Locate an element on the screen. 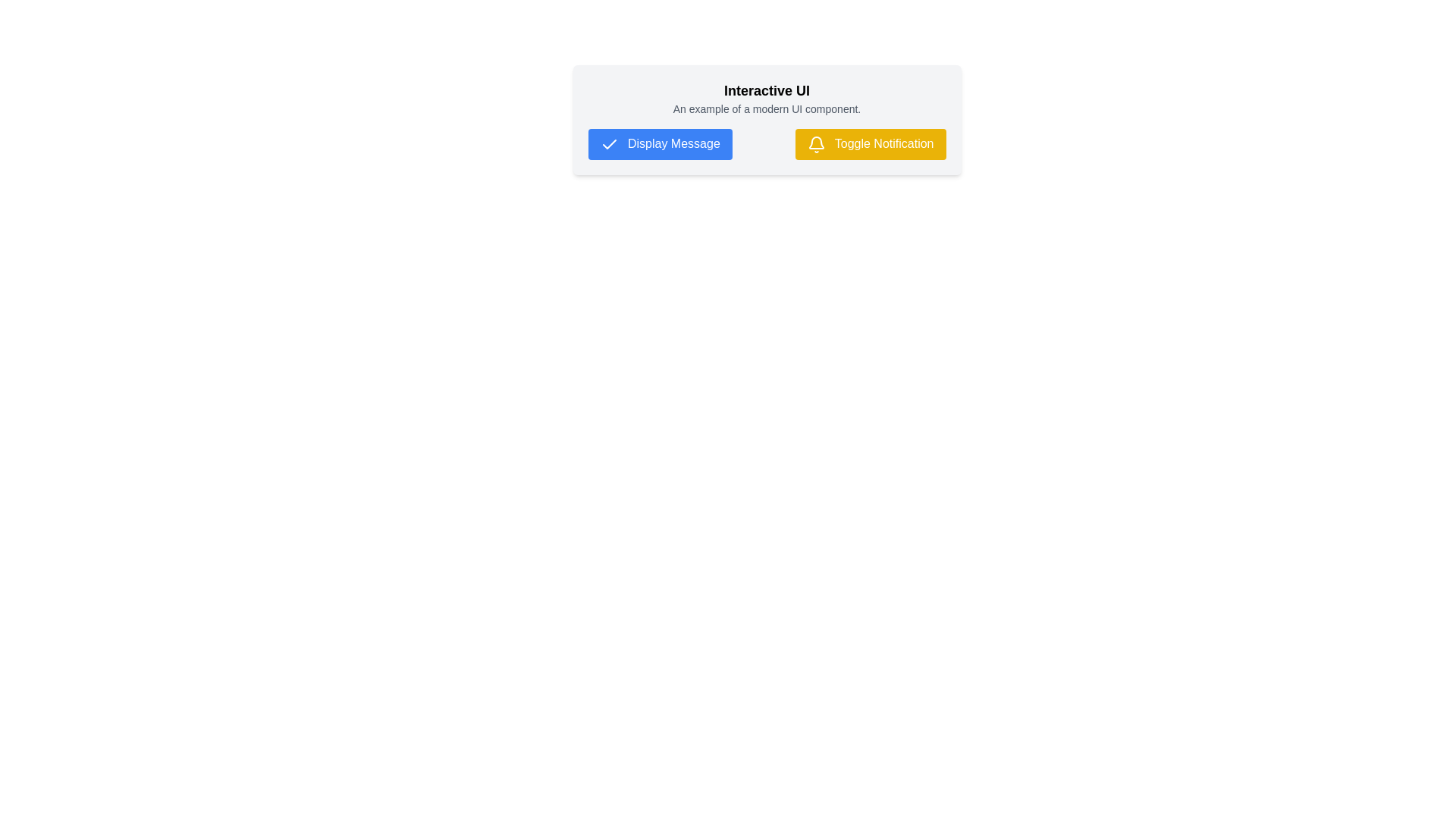 This screenshot has height=819, width=1456. the text label displaying 'Interactive UI' which is prominently positioned in a light gray rectangular card is located at coordinates (767, 90).